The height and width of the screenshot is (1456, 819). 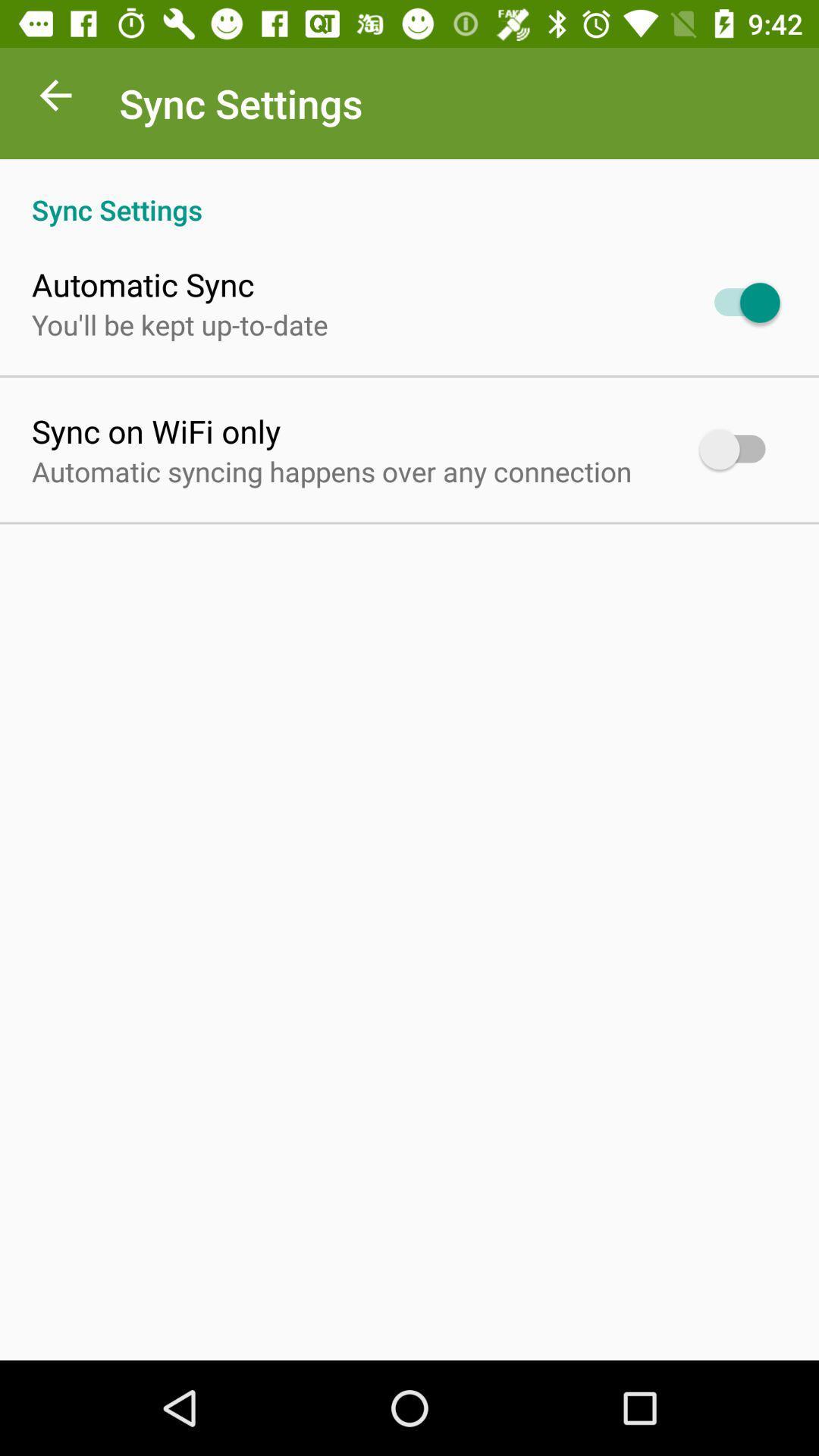 What do you see at coordinates (179, 324) in the screenshot?
I see `icon above the sync on wifi item` at bounding box center [179, 324].